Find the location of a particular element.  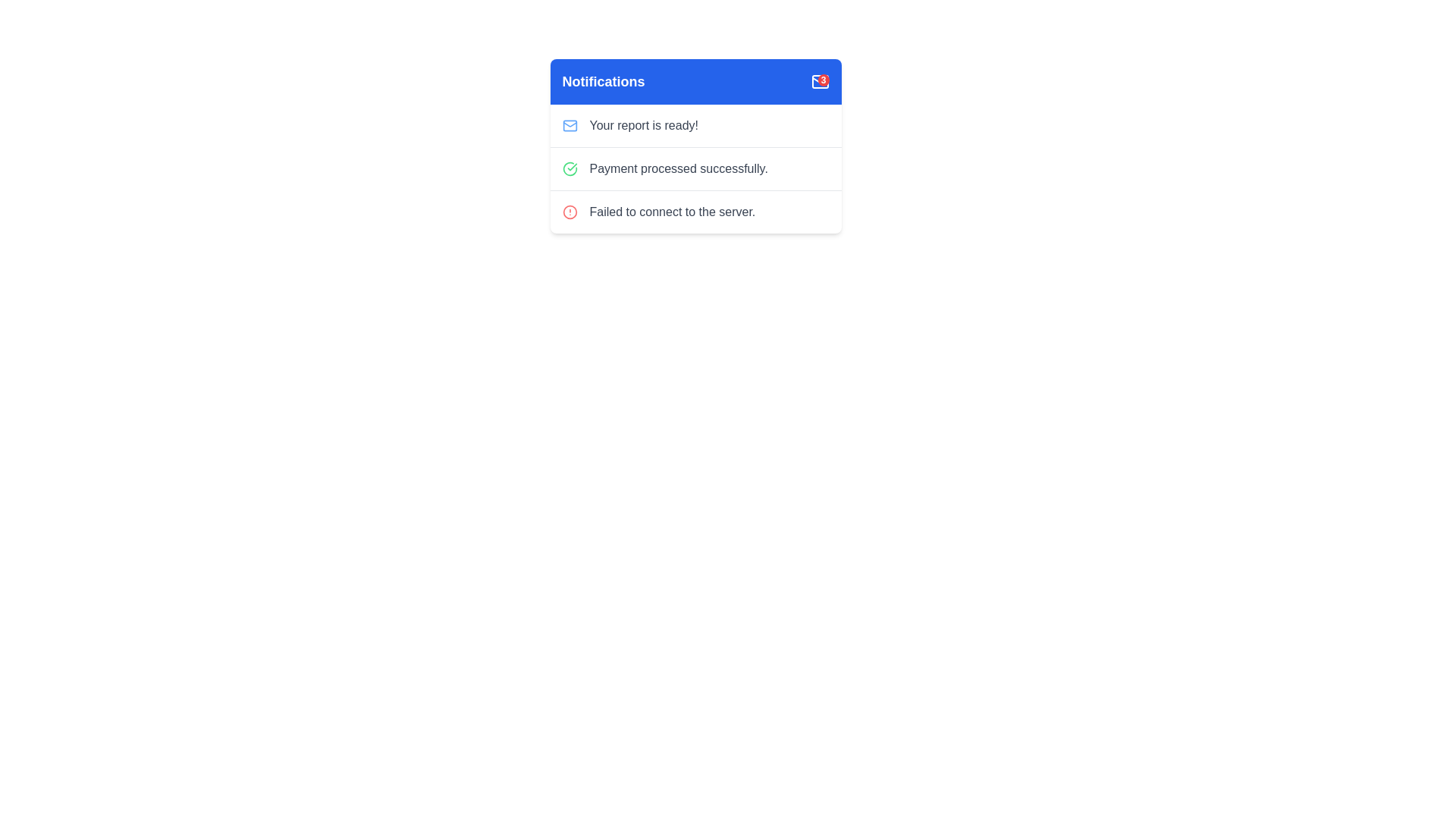

the Notification Badge indicating unread notifications, located in the top-right corner of the notification icon within the blue header box is located at coordinates (823, 80).